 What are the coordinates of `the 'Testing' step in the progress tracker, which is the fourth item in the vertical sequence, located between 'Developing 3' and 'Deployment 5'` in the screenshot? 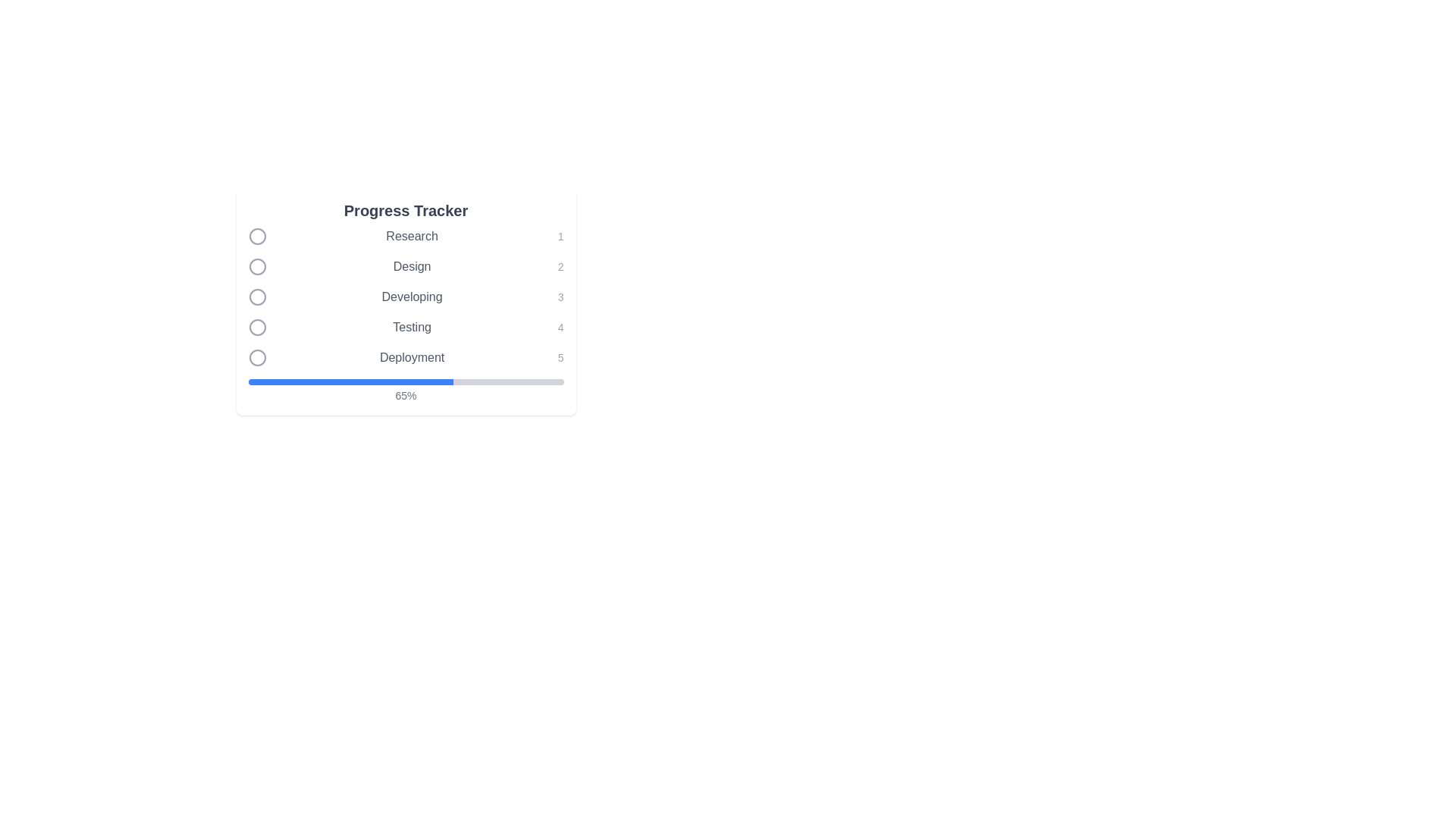 It's located at (406, 327).